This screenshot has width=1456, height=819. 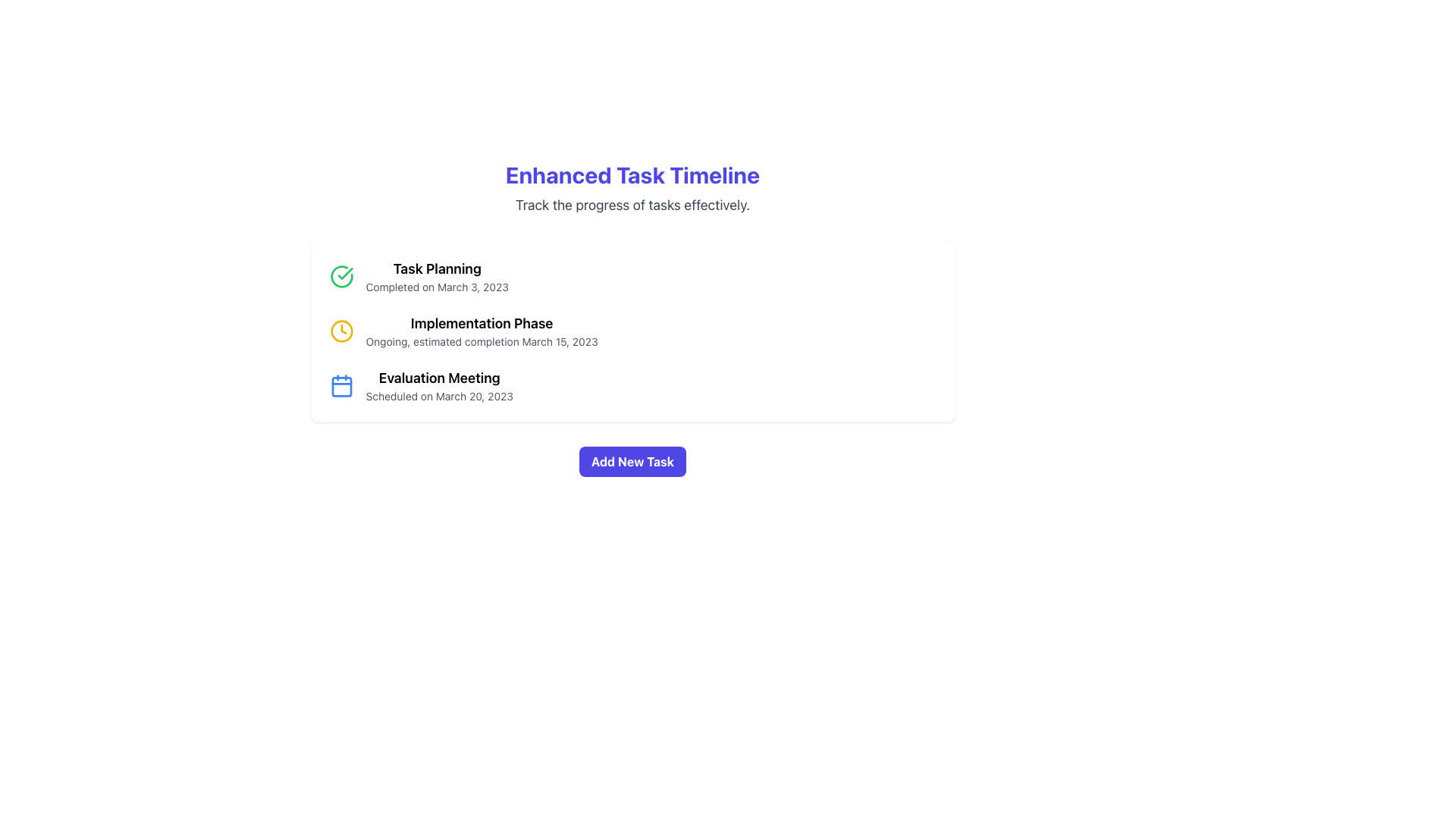 What do you see at coordinates (344, 274) in the screenshot?
I see `the green circular checkmark icon to associate it with its task item` at bounding box center [344, 274].